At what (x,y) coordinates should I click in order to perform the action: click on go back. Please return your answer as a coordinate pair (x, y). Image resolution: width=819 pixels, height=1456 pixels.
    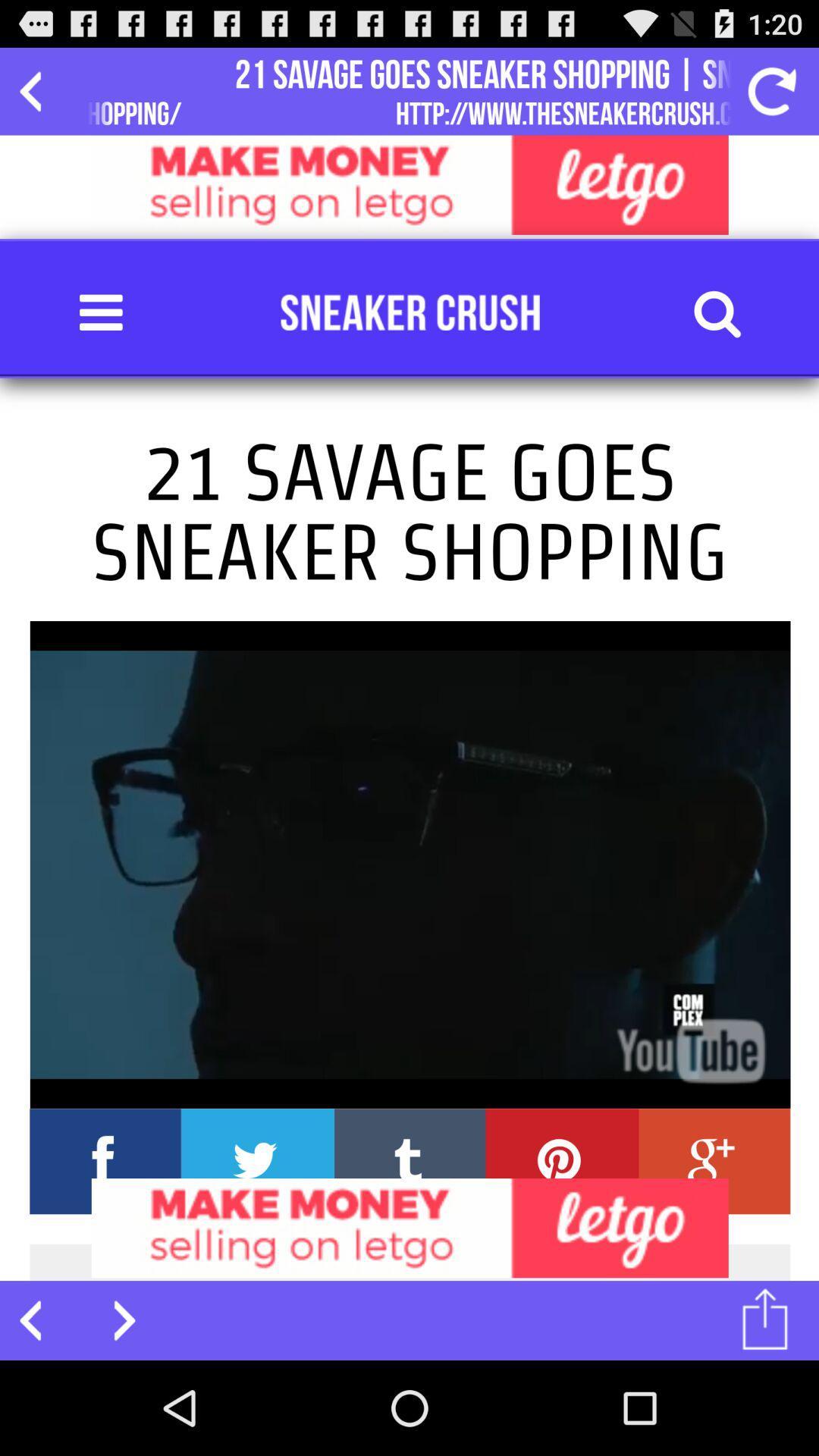
    Looking at the image, I should click on (39, 90).